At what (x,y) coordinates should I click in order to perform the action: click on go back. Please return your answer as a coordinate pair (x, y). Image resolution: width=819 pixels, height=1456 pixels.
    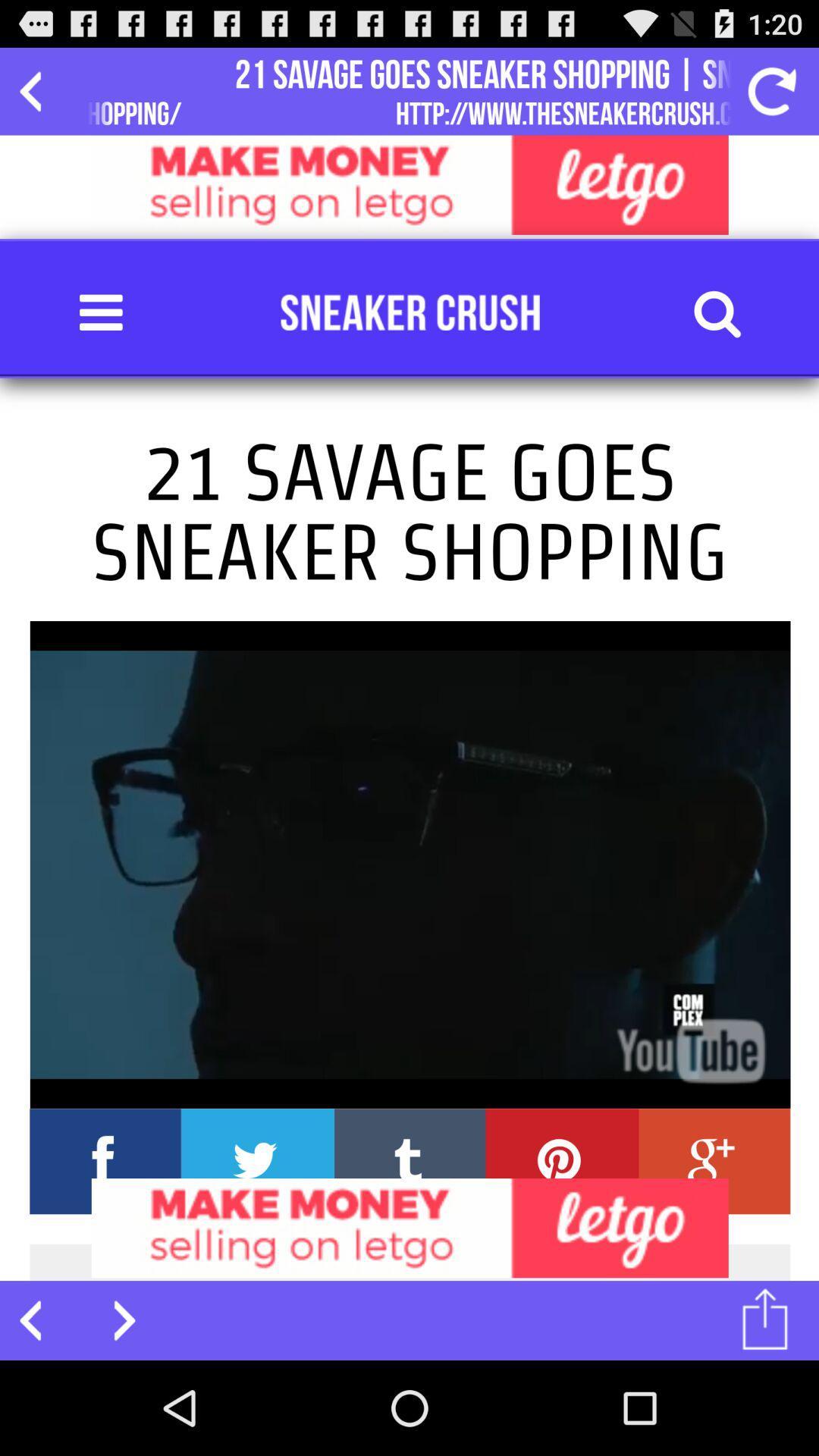
    Looking at the image, I should click on (39, 90).